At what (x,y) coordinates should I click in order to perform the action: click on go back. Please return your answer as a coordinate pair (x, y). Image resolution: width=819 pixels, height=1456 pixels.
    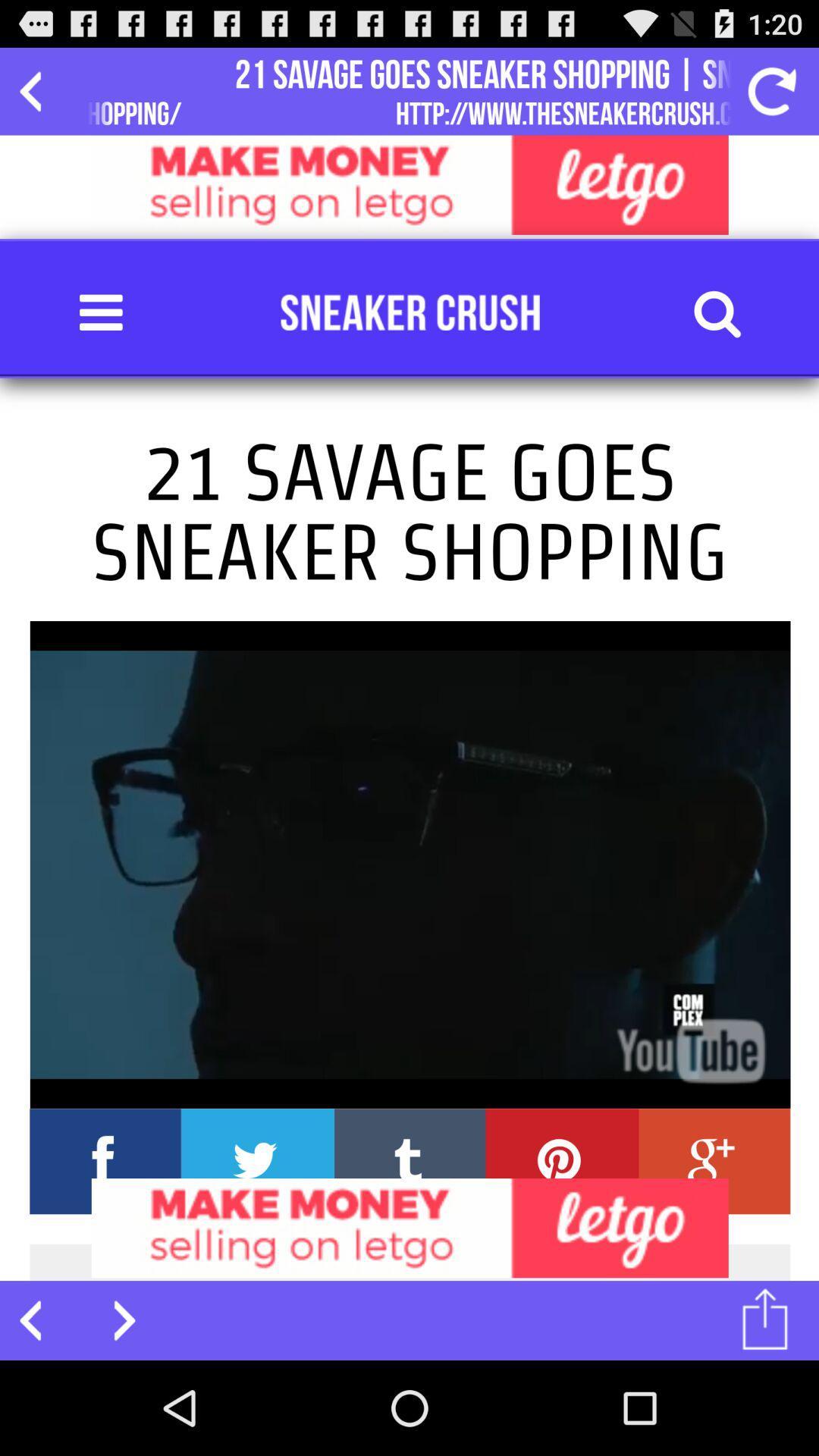
    Looking at the image, I should click on (39, 90).